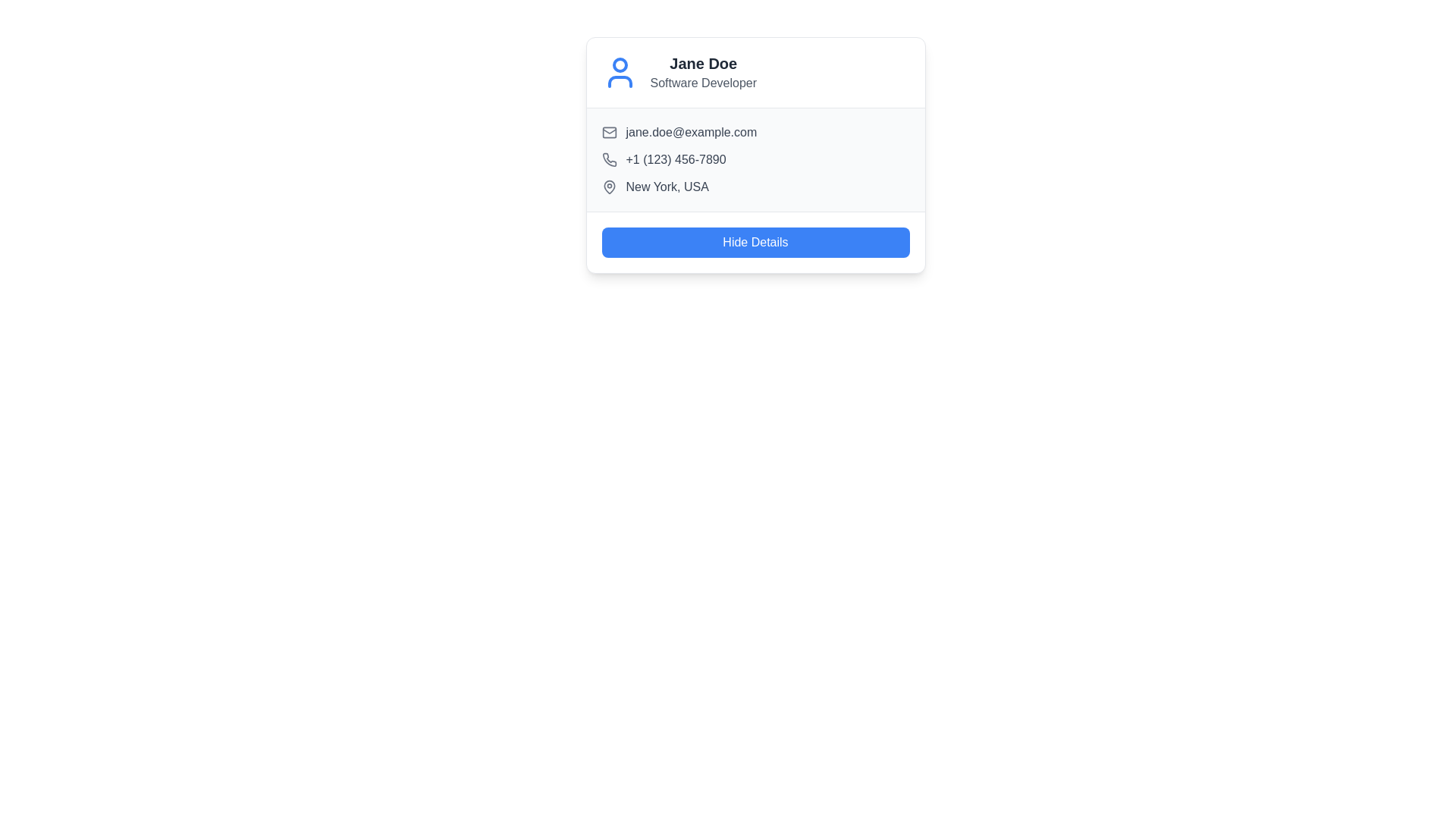  Describe the element at coordinates (690, 131) in the screenshot. I see `the text display that shows the email address 'jane.doe@example.com', located within the contact card layout, directly below the name and title text, and to the right of the email icon` at that location.